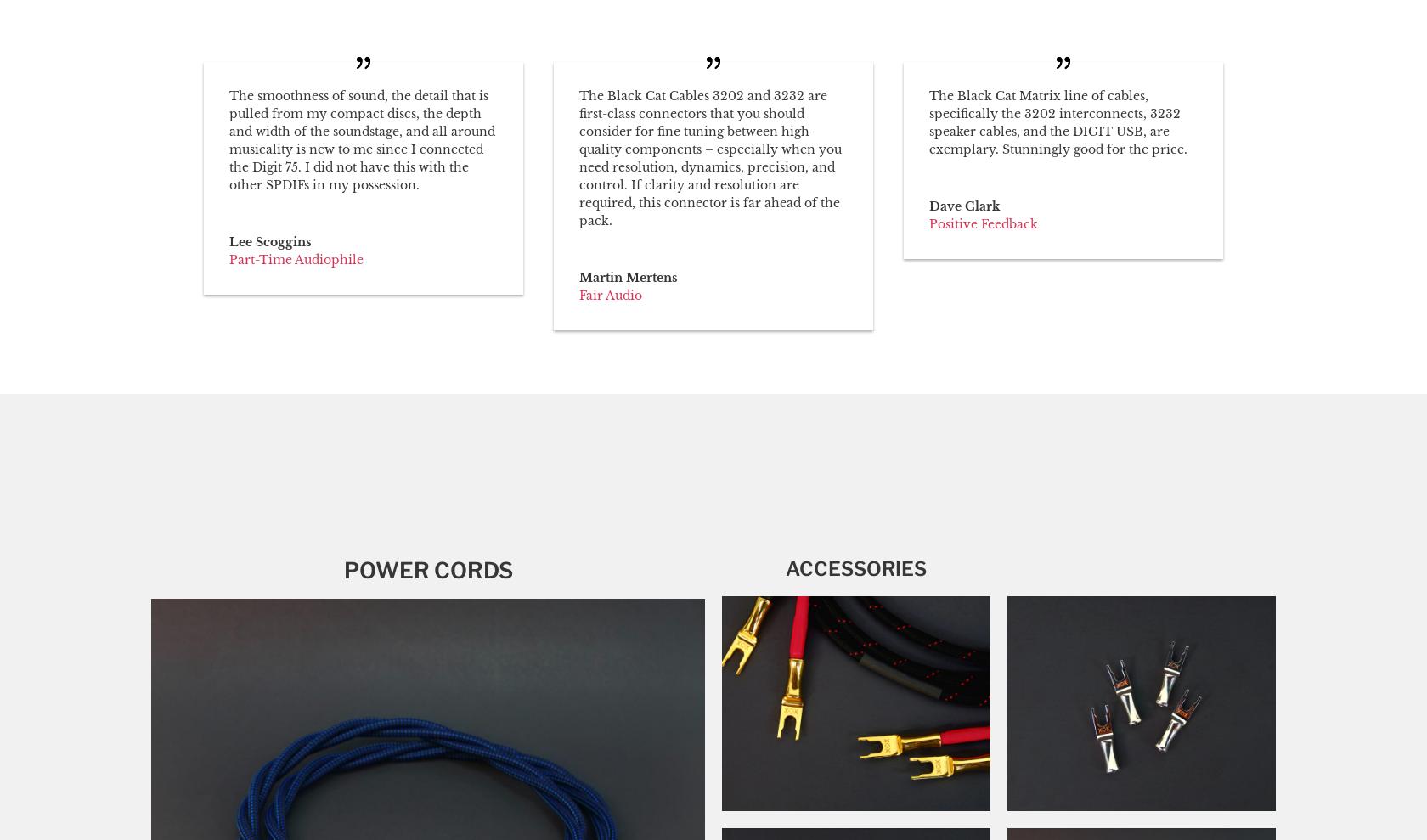 This screenshot has width=1427, height=840. What do you see at coordinates (296, 259) in the screenshot?
I see `'Part-Time Audiophile'` at bounding box center [296, 259].